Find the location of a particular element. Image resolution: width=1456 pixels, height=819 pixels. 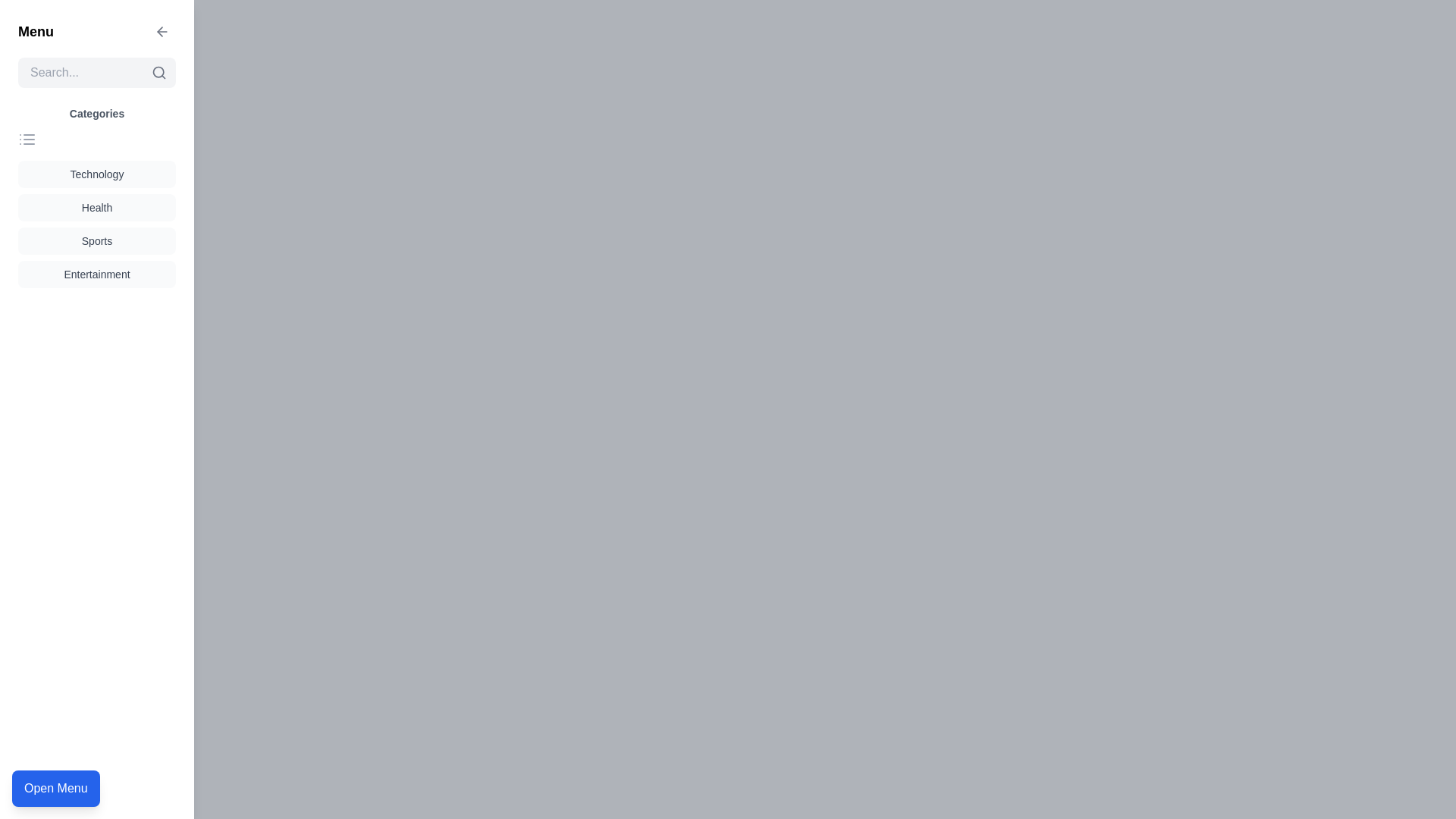

the 'Entertainment' button, which is the fourth button in the vertical list under the 'Categories' section in the left sidebar is located at coordinates (96, 275).